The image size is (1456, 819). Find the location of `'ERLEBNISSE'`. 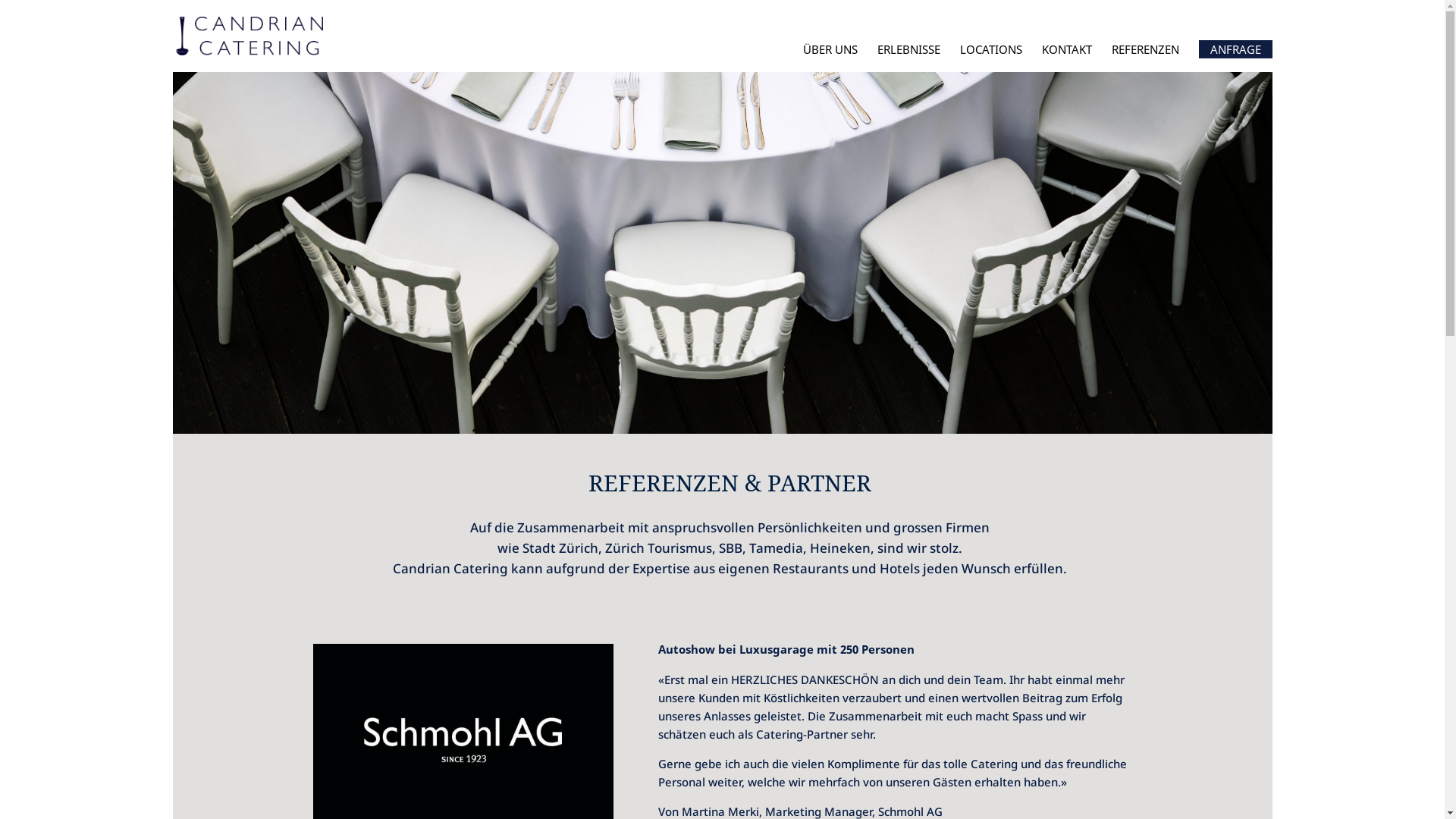

'ERLEBNISSE' is located at coordinates (908, 63).